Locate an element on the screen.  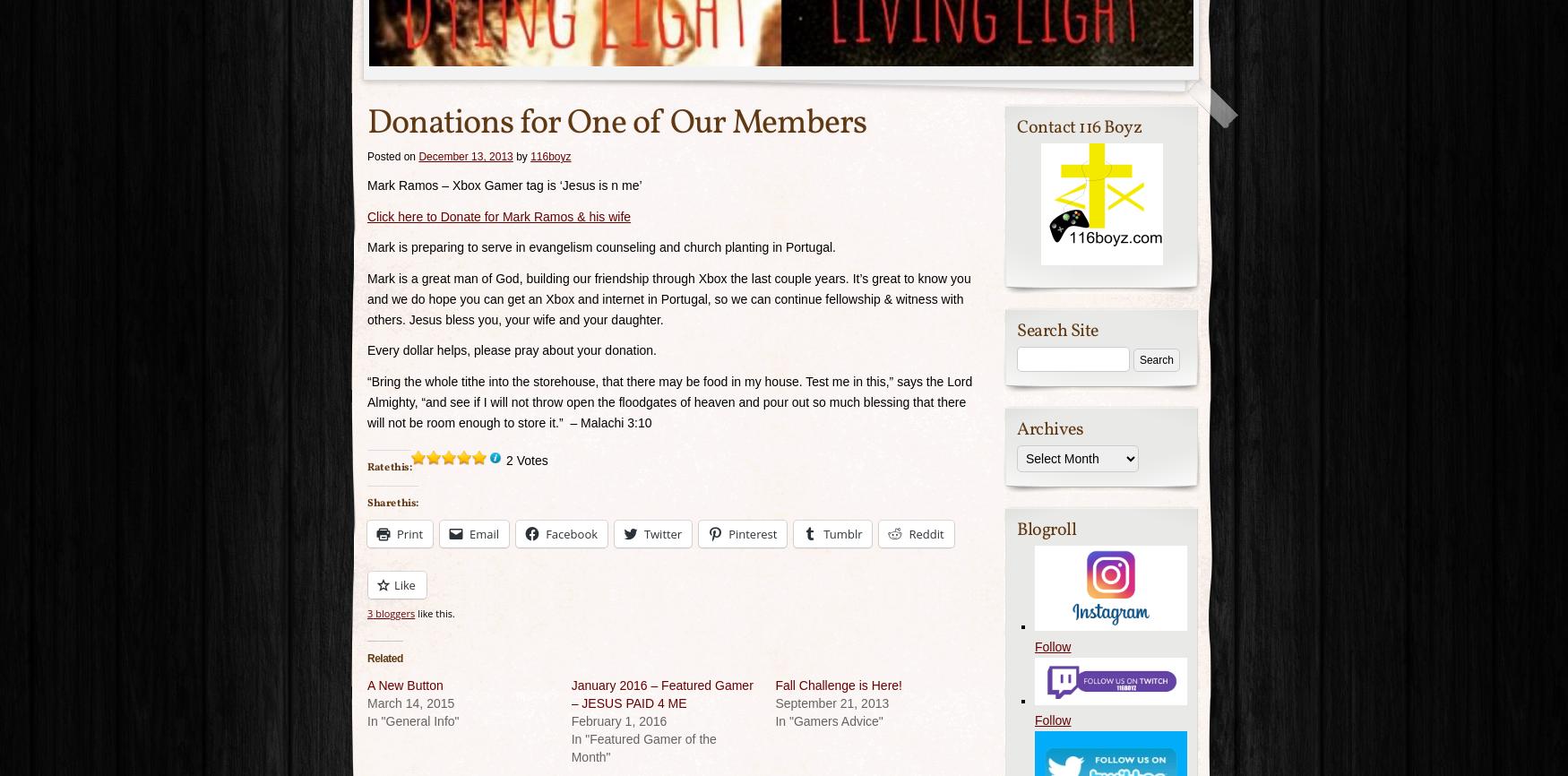
'Twitter' is located at coordinates (663, 533).